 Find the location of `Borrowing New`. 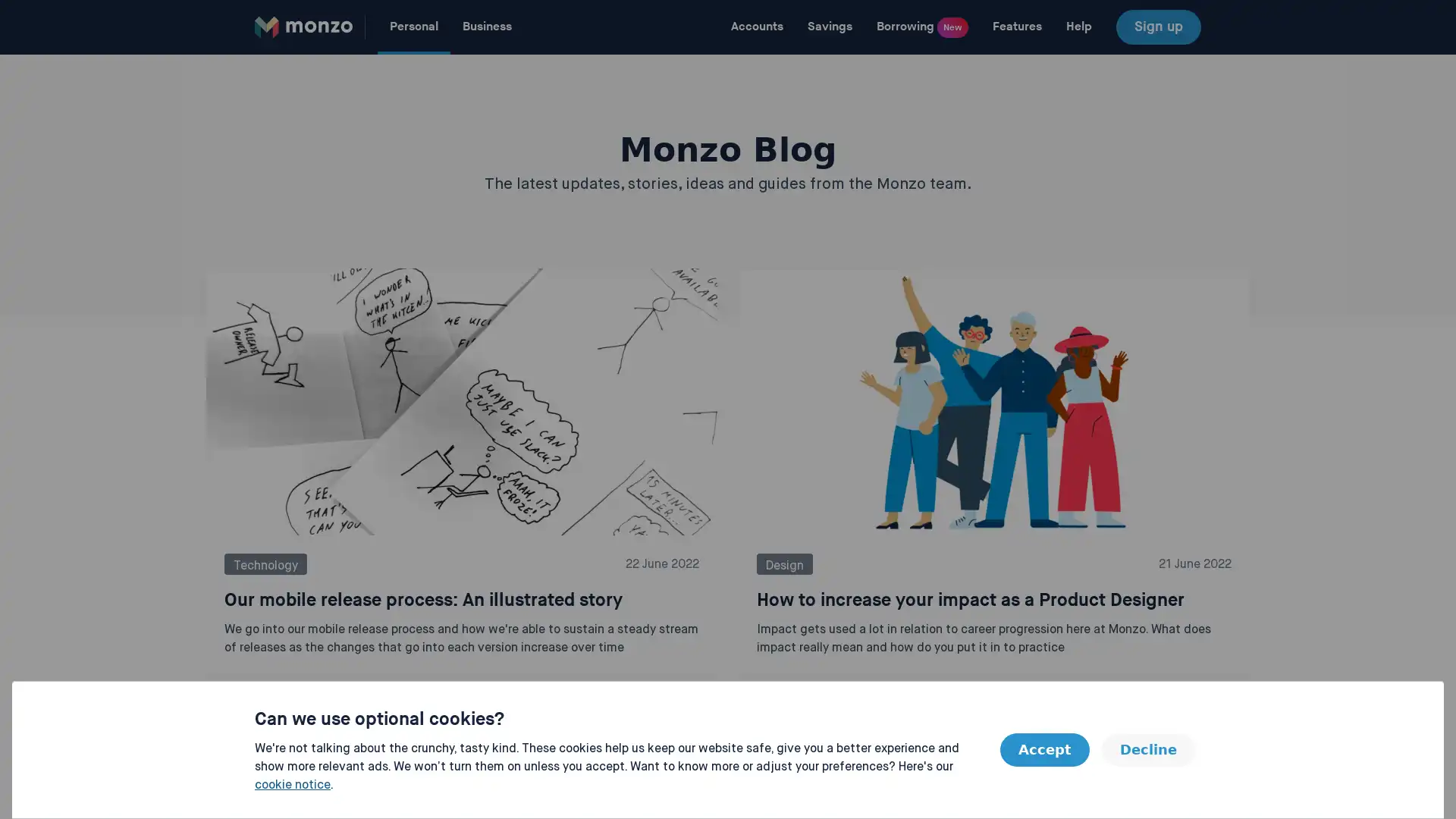

Borrowing New is located at coordinates (921, 27).